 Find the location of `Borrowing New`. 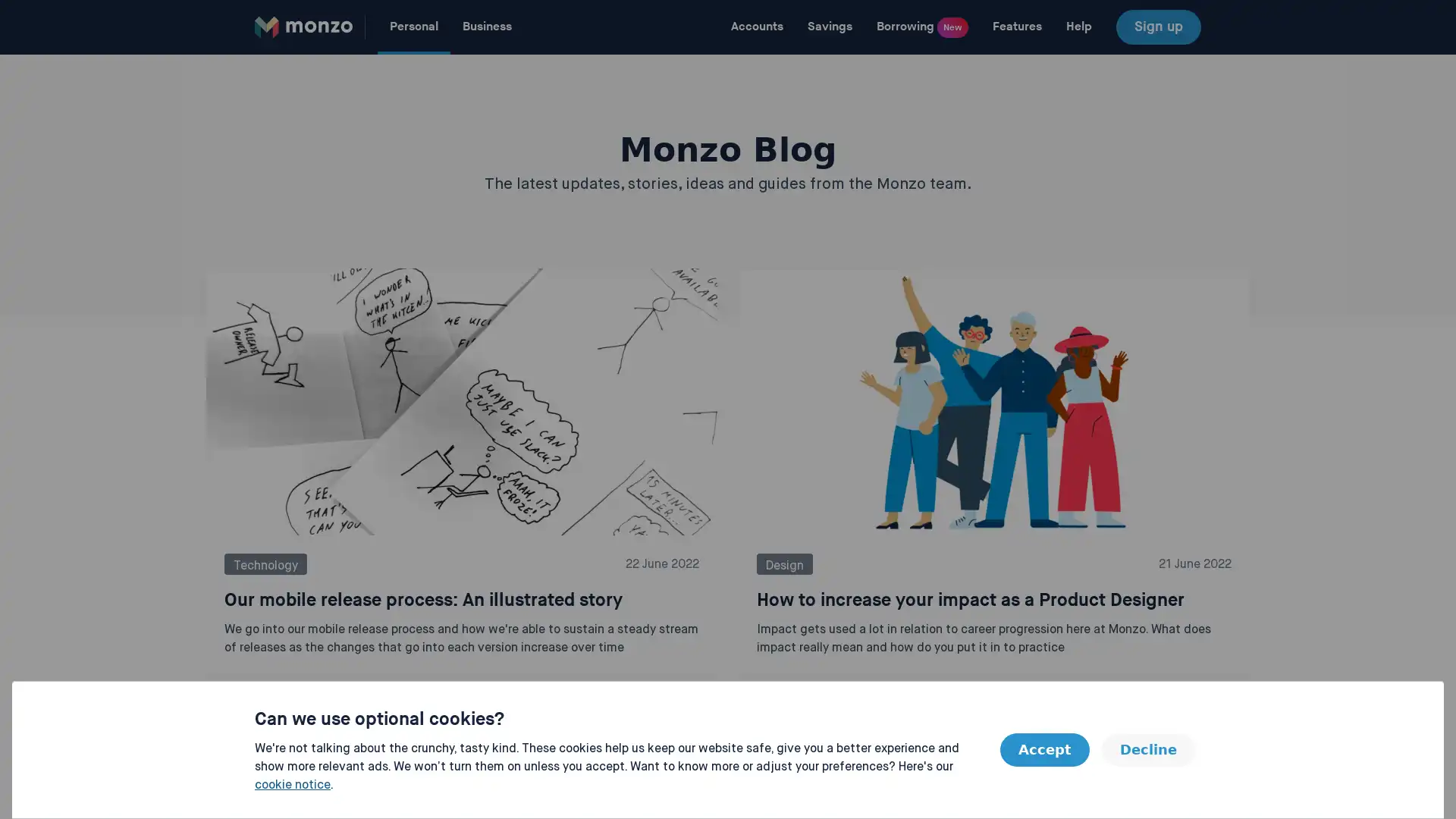

Borrowing New is located at coordinates (921, 27).